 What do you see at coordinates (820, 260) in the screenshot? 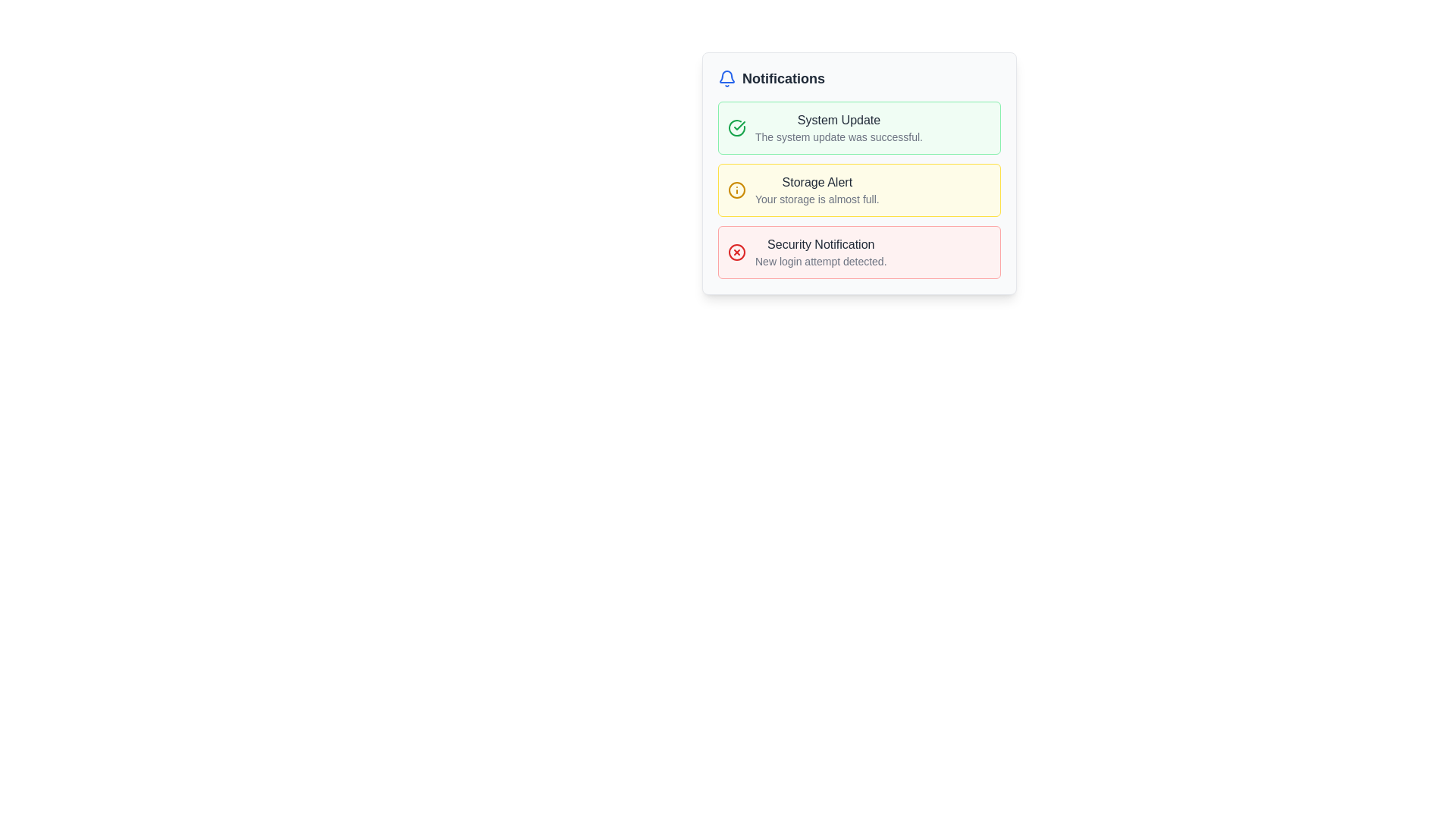
I see `informational text label that describes the notification 'Security Notification', which is centrally aligned below the heading in the red-bordered notification box` at bounding box center [820, 260].